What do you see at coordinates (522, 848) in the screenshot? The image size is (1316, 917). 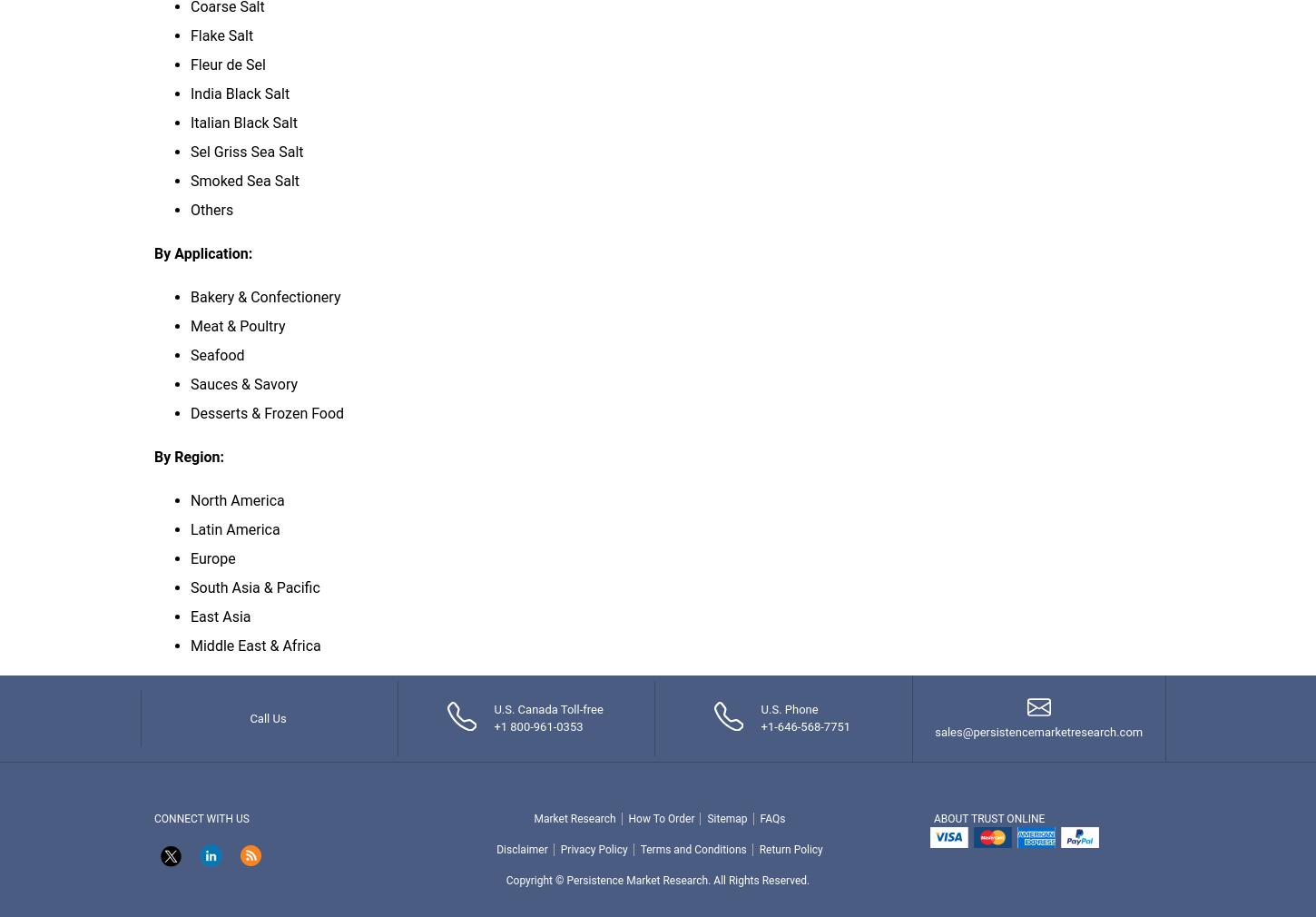 I see `'Disclaimer'` at bounding box center [522, 848].